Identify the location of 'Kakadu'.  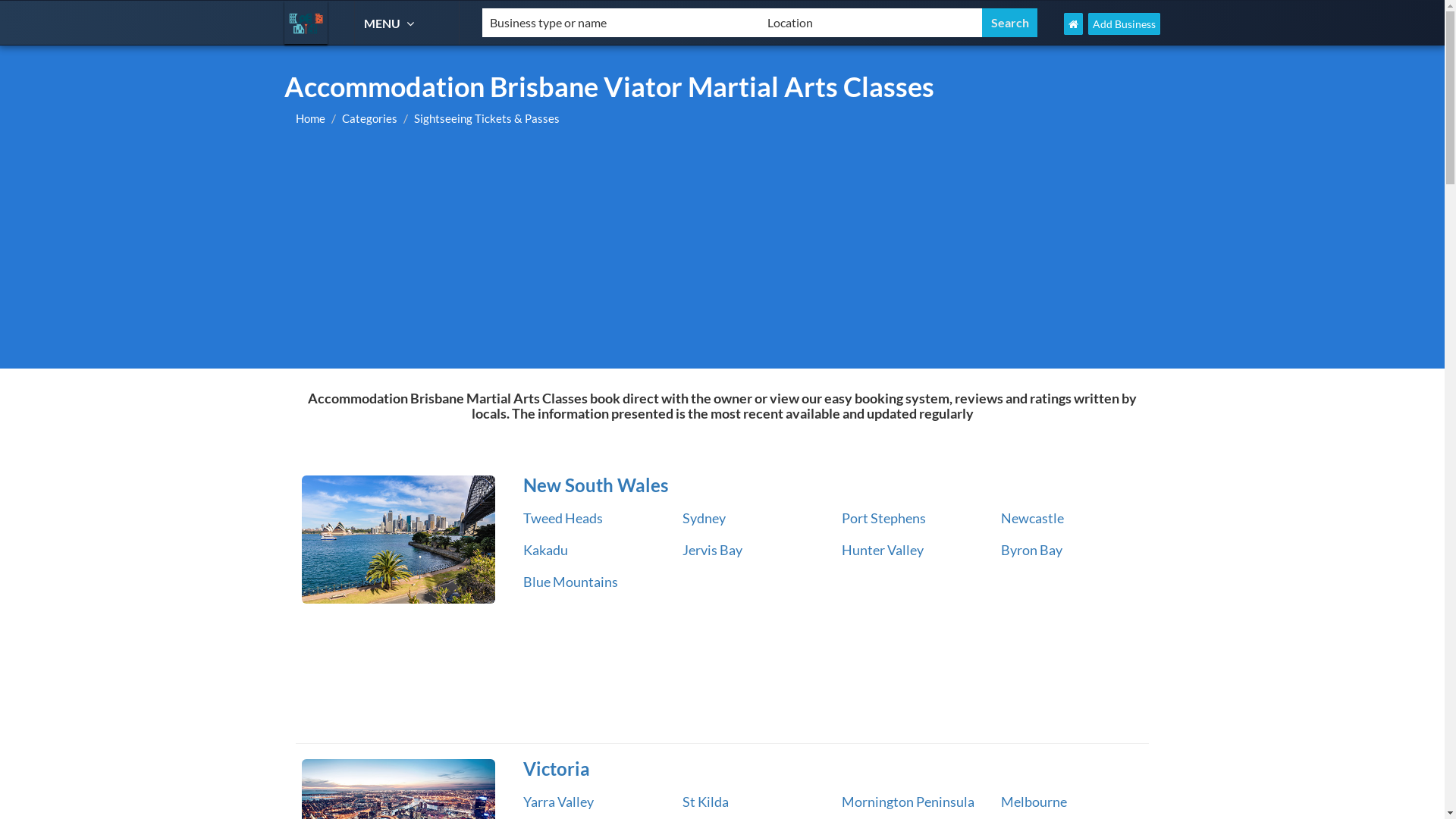
(545, 550).